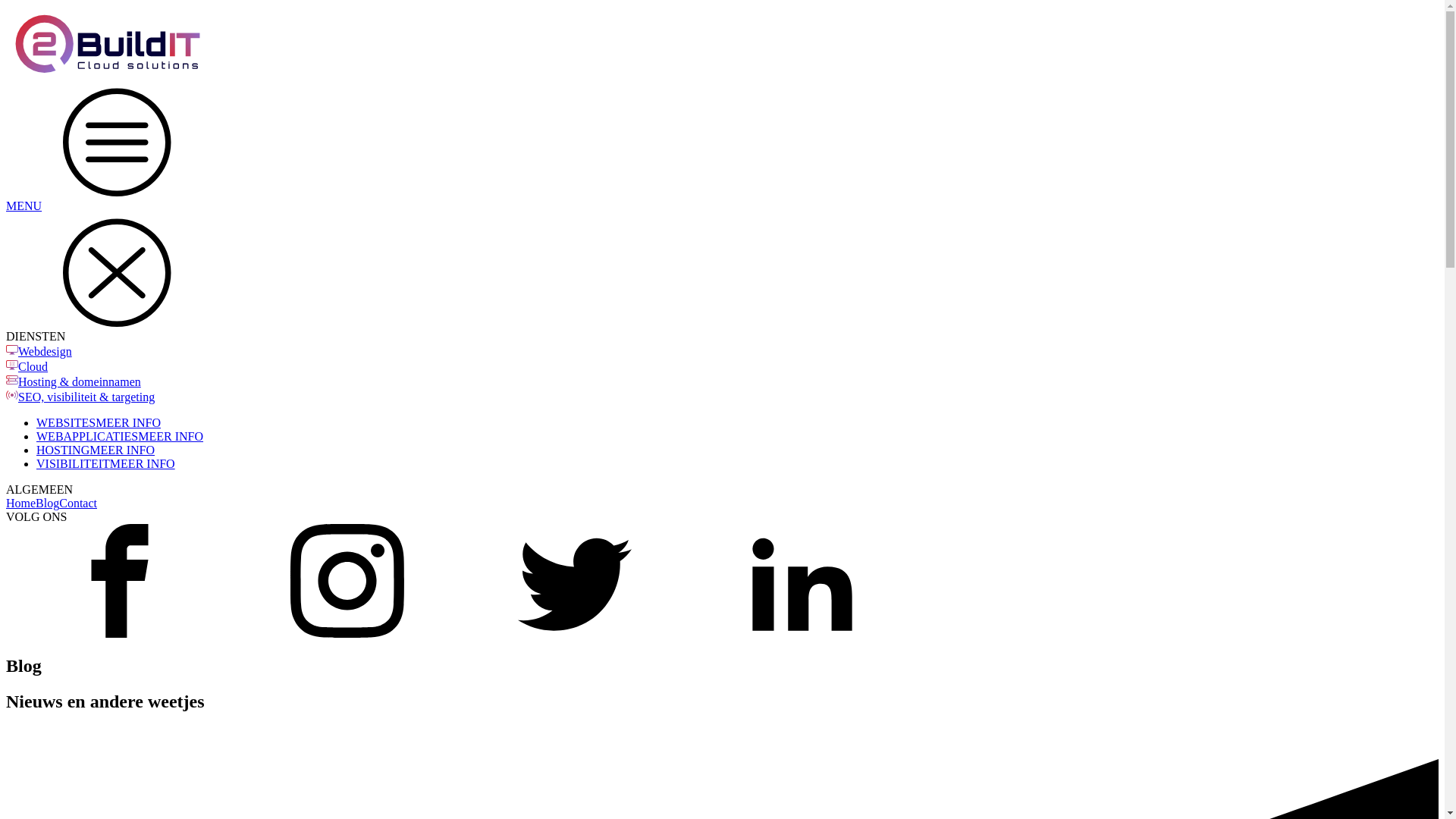 The height and width of the screenshot is (819, 1456). I want to click on 'MEER INFO', so click(127, 422).